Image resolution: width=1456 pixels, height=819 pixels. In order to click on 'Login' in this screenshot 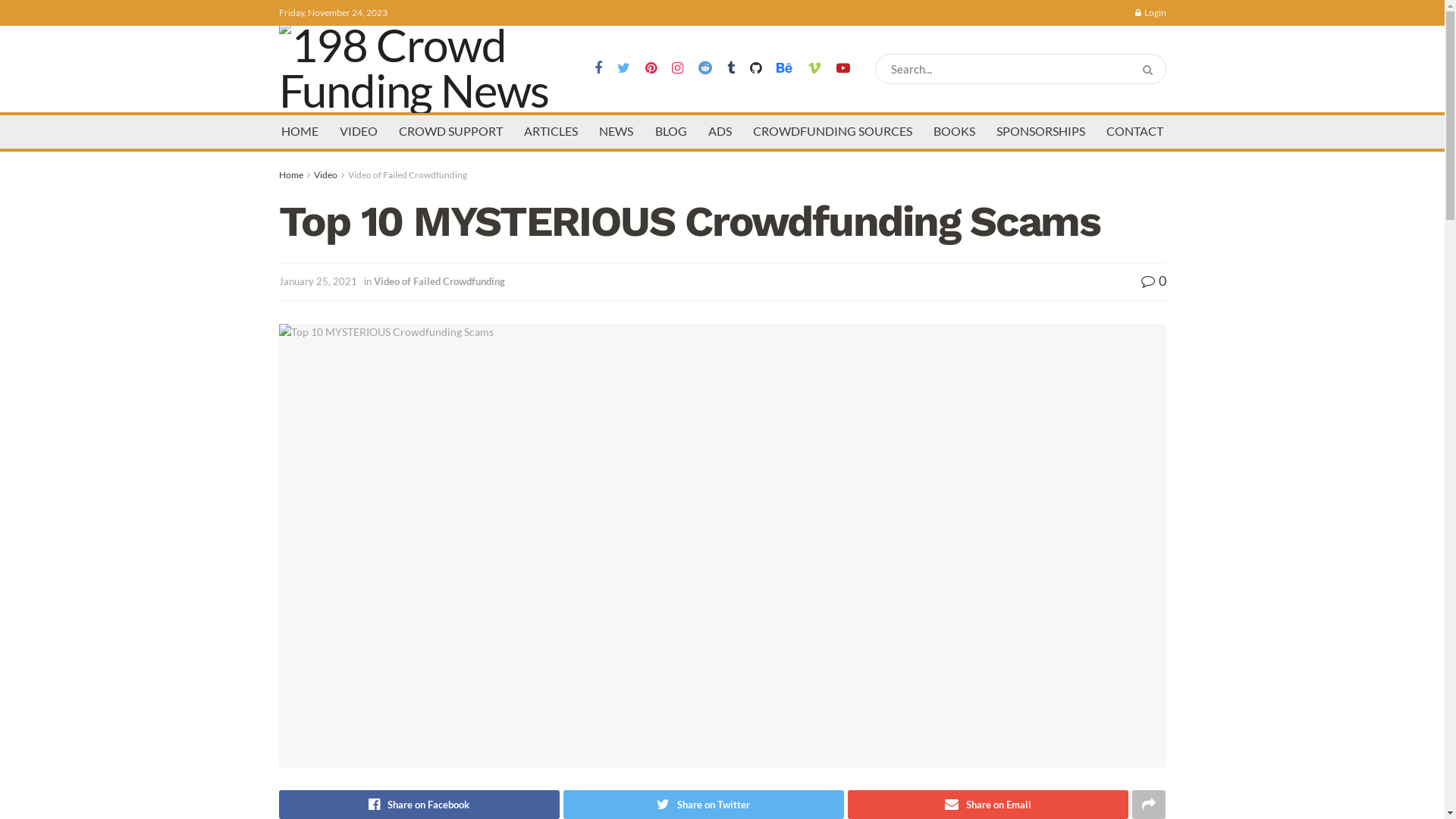, I will do `click(1150, 12)`.